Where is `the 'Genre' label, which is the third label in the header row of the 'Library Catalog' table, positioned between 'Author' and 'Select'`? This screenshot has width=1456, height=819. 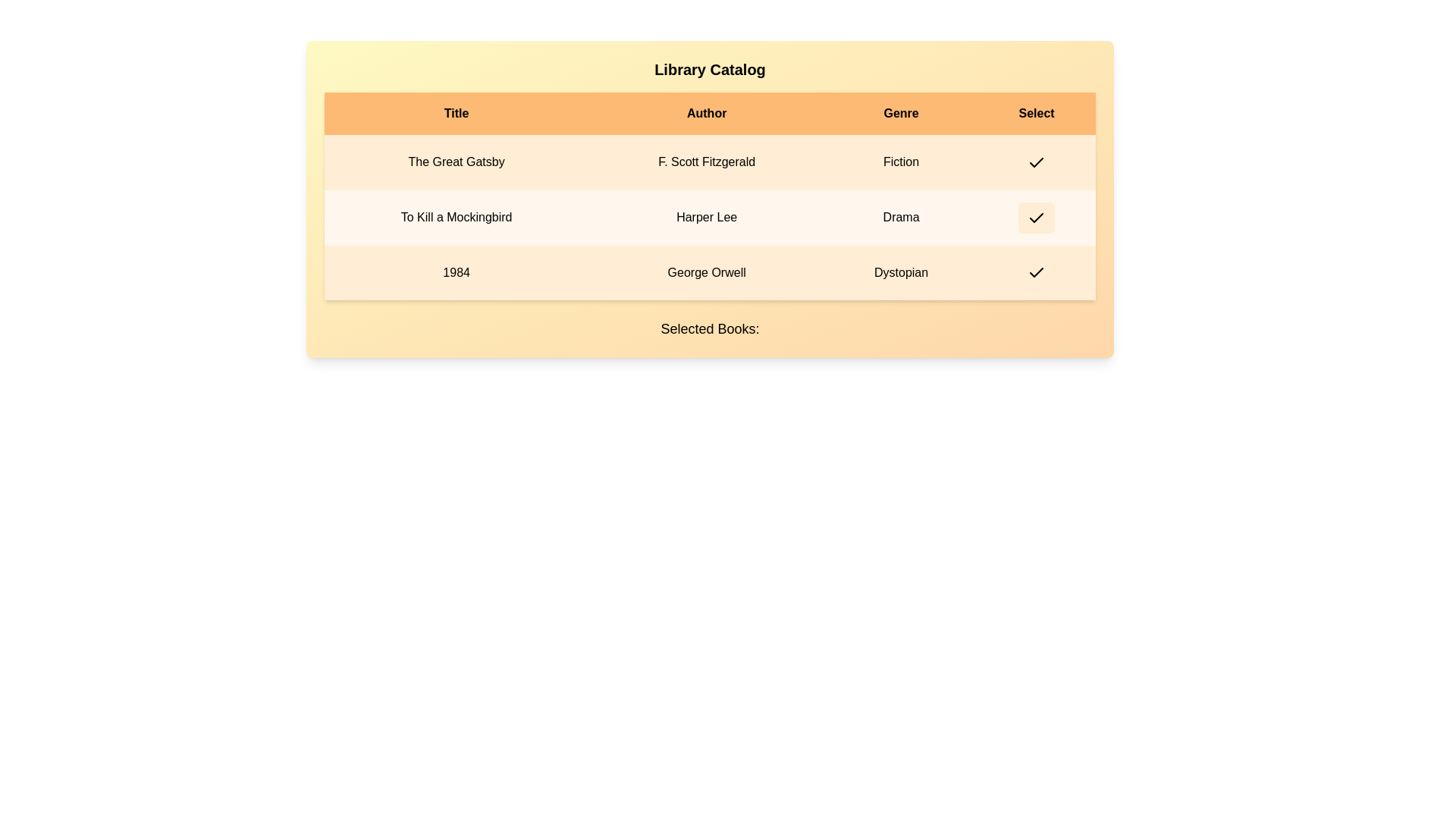
the 'Genre' label, which is the third label in the header row of the 'Library Catalog' table, positioned between 'Author' and 'Select' is located at coordinates (901, 113).